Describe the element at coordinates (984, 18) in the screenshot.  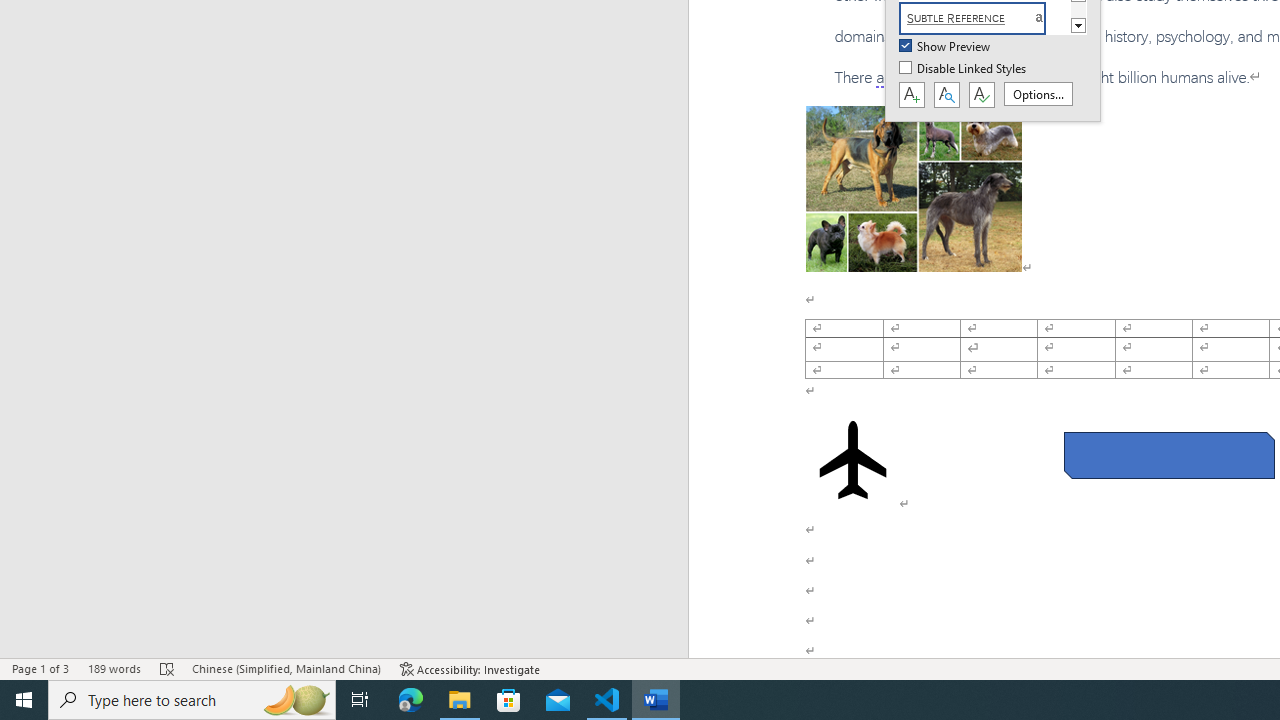
I see `'Subtle Reference'` at that location.